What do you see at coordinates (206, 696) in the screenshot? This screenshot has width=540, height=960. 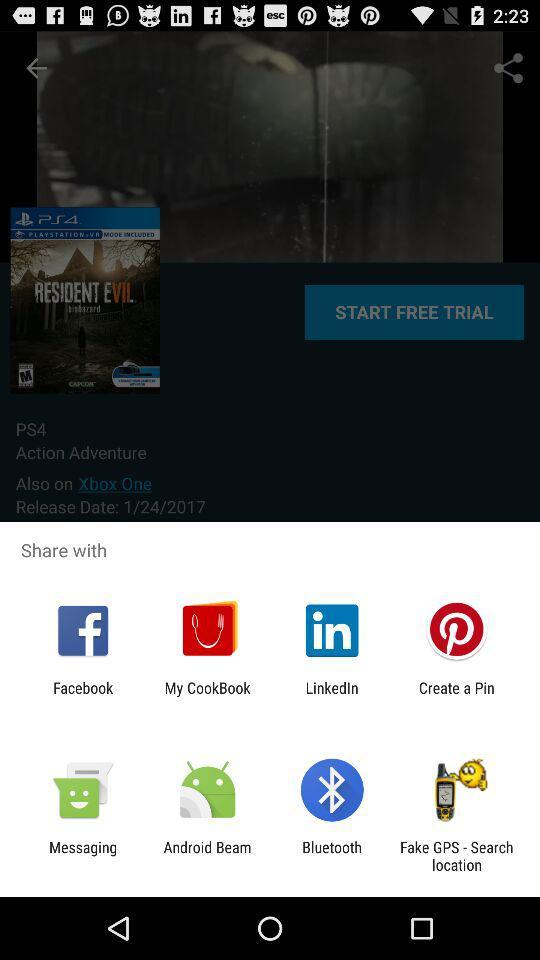 I see `app next to the linkedin icon` at bounding box center [206, 696].